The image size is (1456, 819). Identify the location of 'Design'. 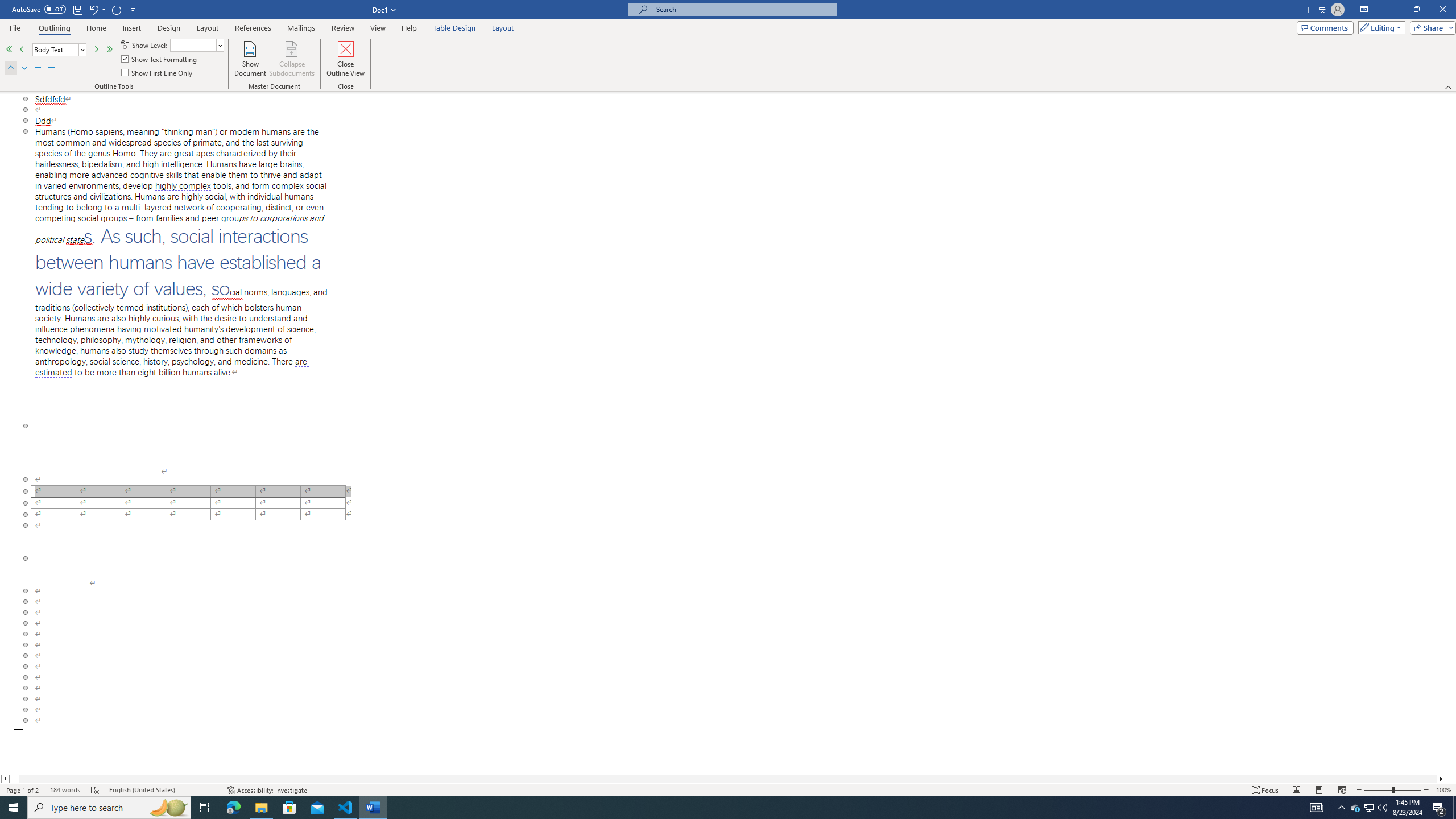
(168, 28).